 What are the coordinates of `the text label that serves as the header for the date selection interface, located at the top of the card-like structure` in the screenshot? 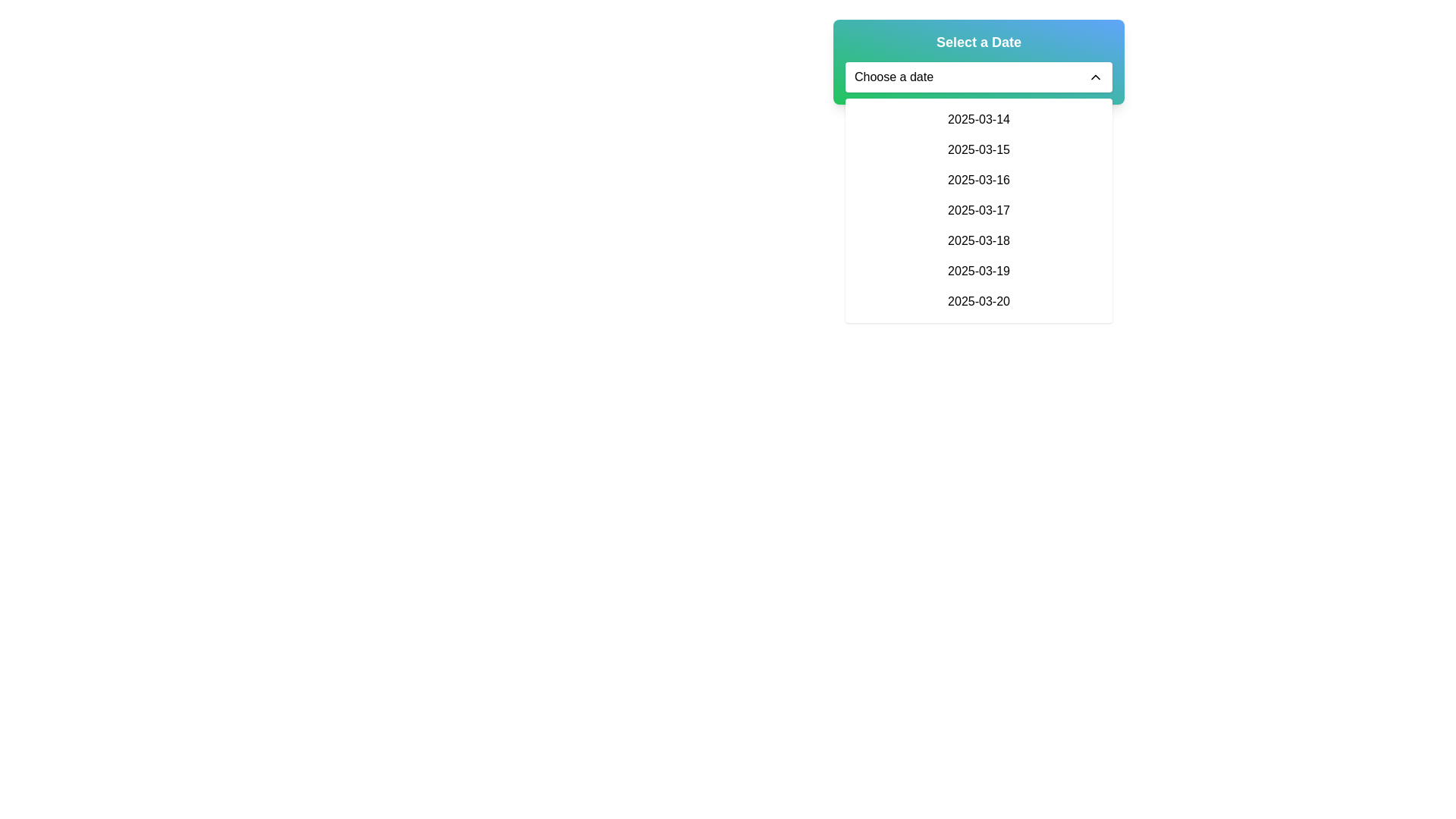 It's located at (979, 42).